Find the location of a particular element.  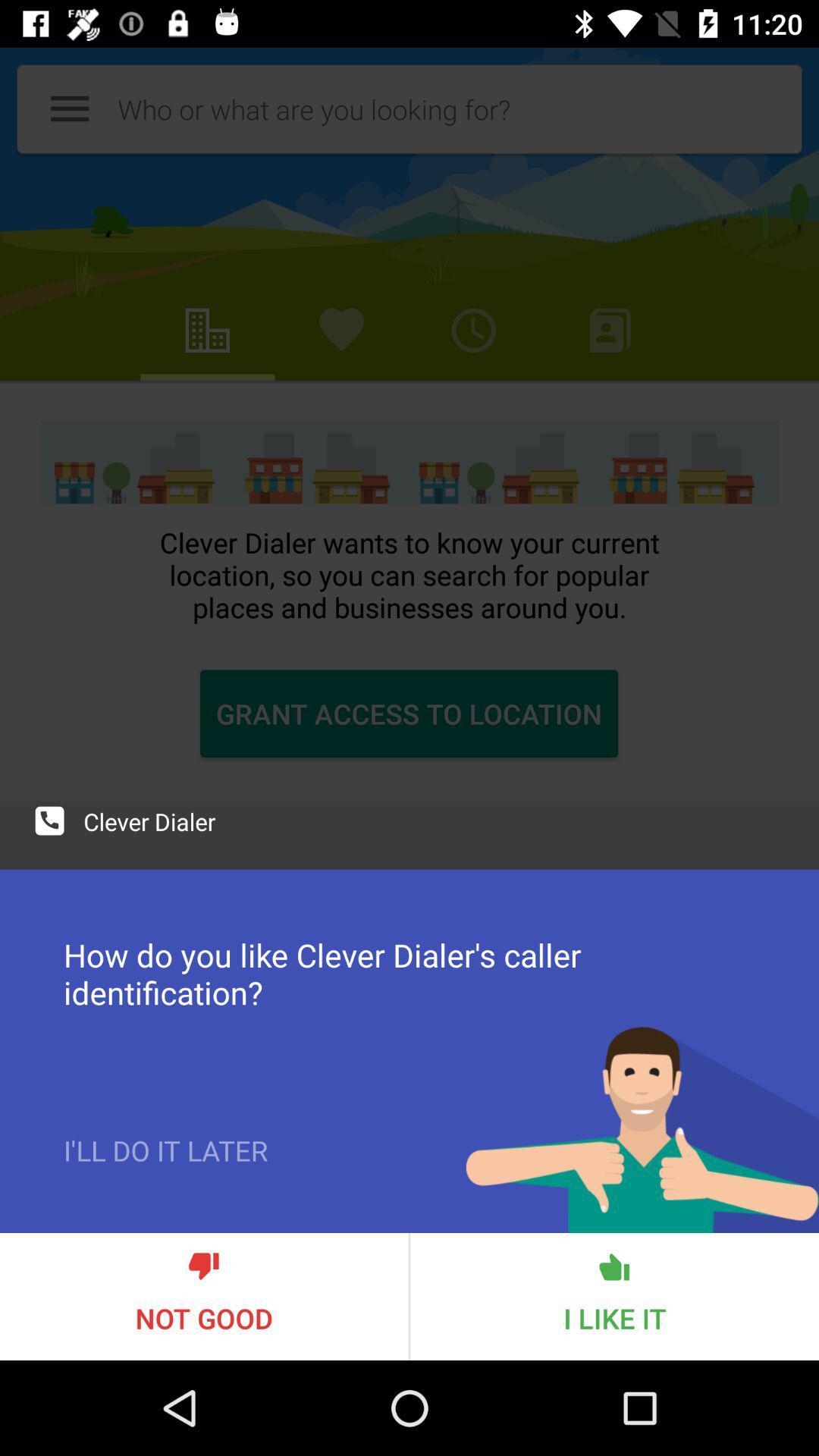

i ll do is located at coordinates (165, 1181).